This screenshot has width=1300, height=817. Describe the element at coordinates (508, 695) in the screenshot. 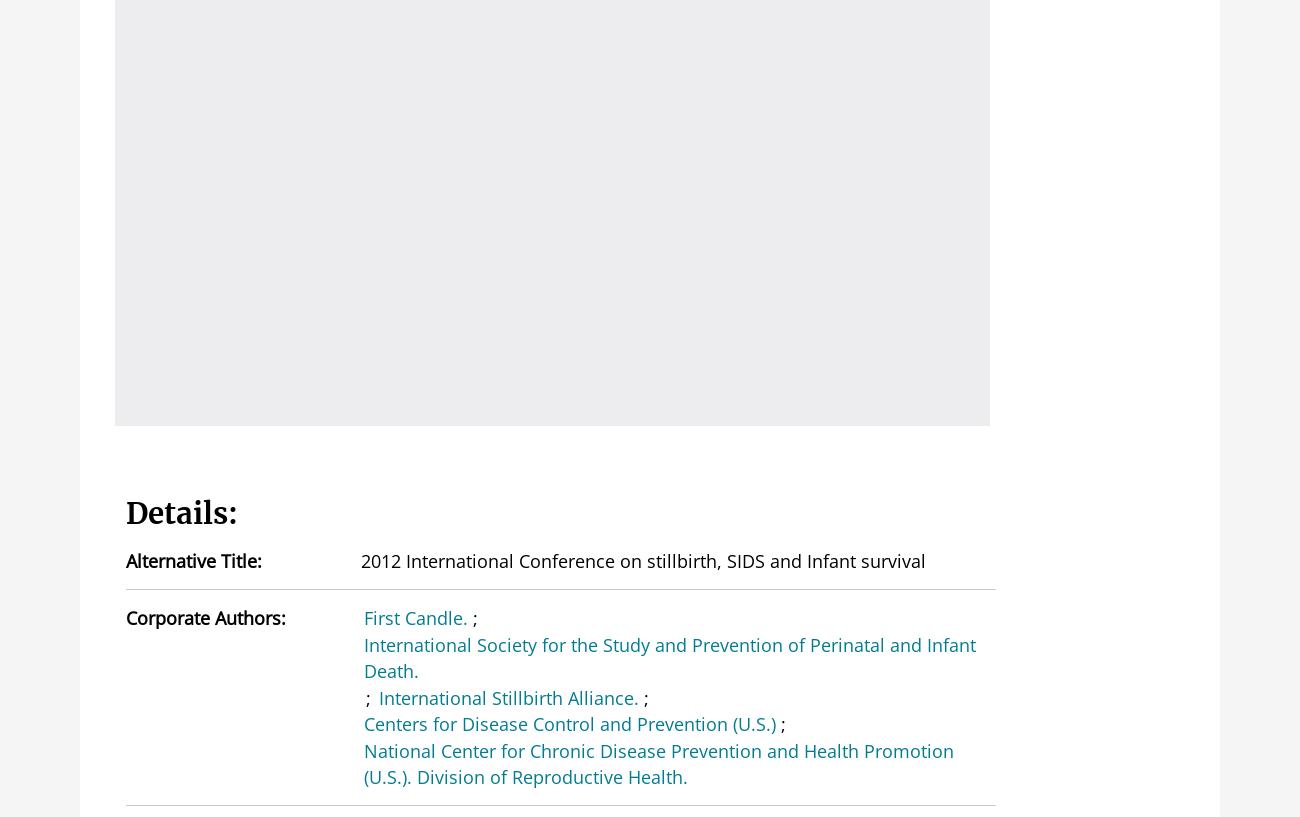

I see `'International Stillbirth Alliance.'` at that location.